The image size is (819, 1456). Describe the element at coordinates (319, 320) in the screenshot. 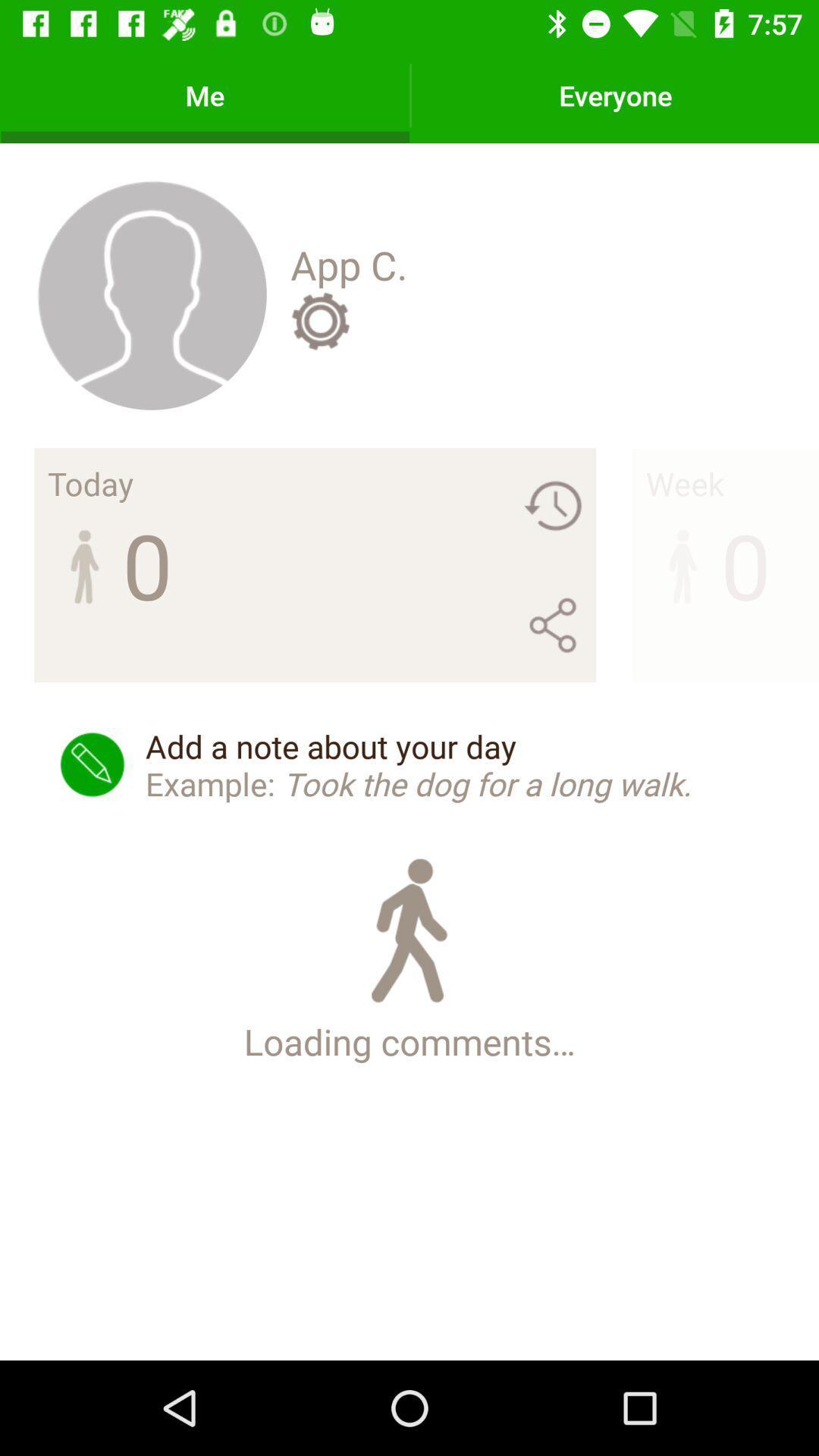

I see `icon above the add a note` at that location.